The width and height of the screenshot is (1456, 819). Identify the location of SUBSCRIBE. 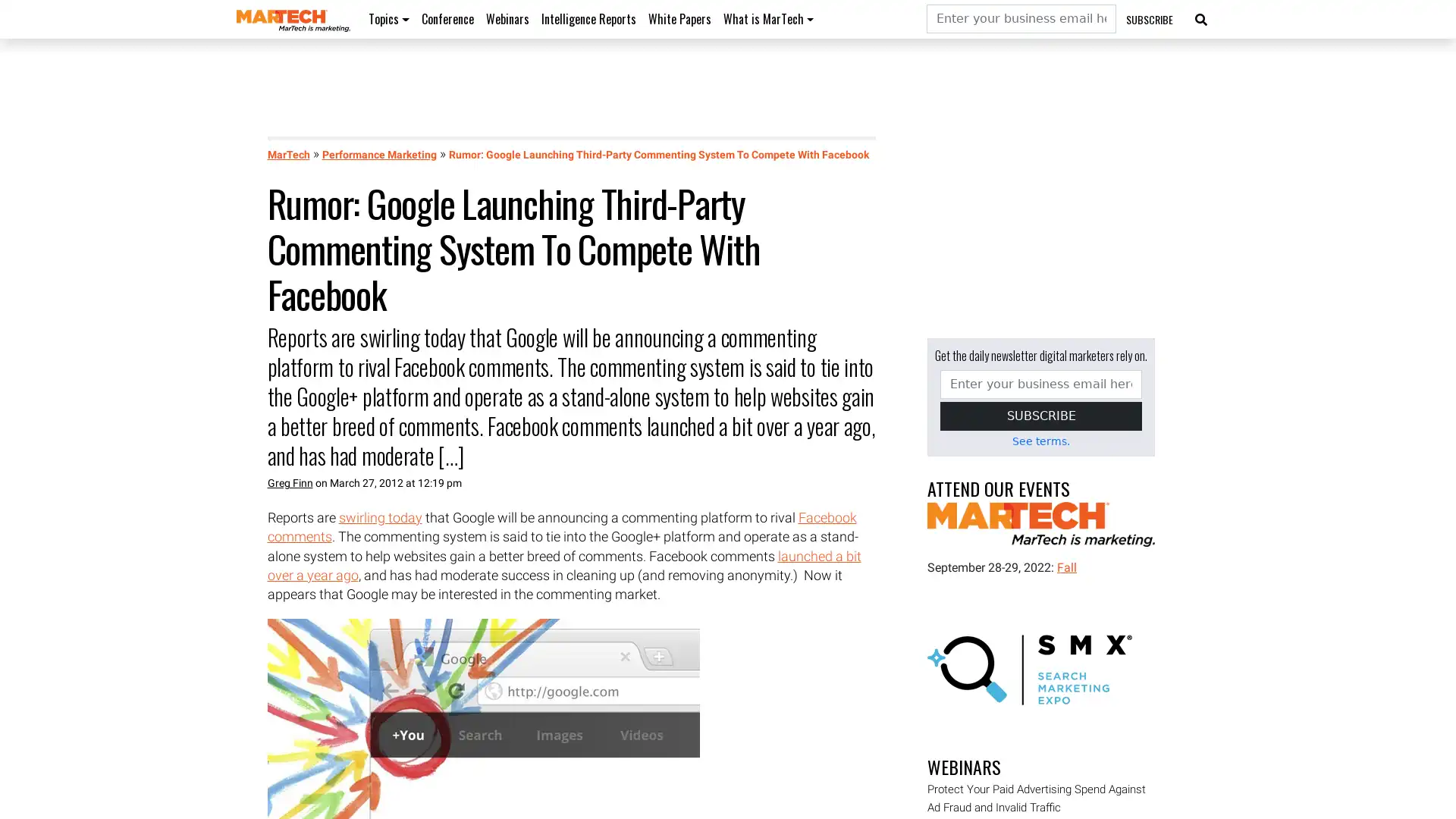
(1040, 415).